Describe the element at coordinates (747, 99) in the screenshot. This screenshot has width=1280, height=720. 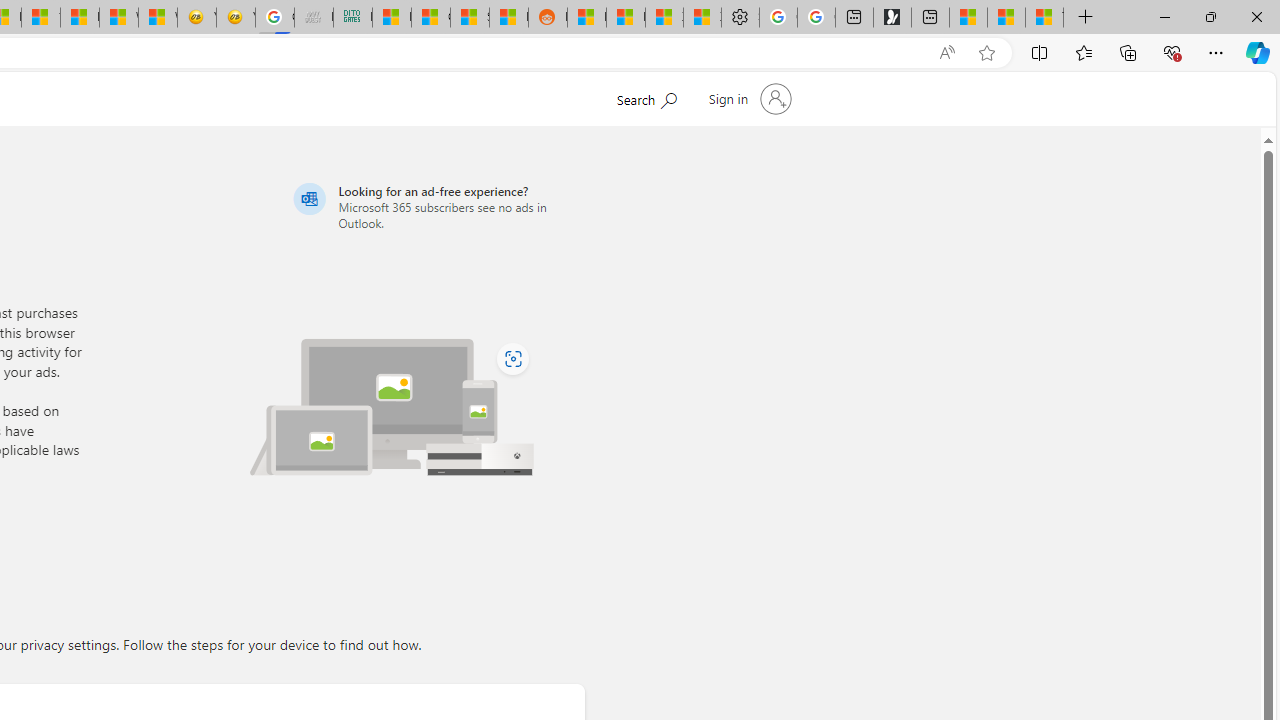
I see `'Sign in to your account'` at that location.